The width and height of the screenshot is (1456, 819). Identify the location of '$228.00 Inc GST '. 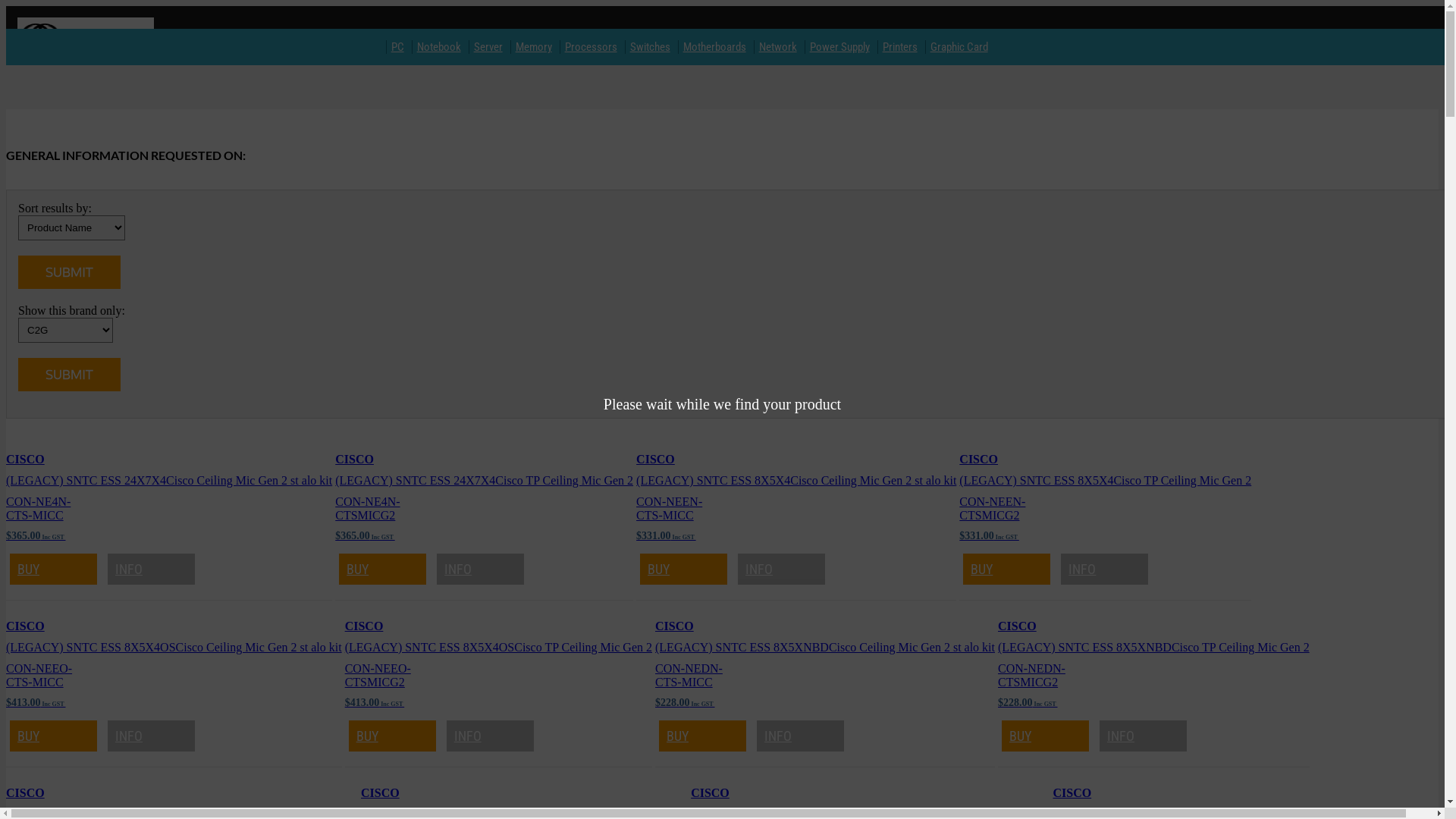
(683, 701).